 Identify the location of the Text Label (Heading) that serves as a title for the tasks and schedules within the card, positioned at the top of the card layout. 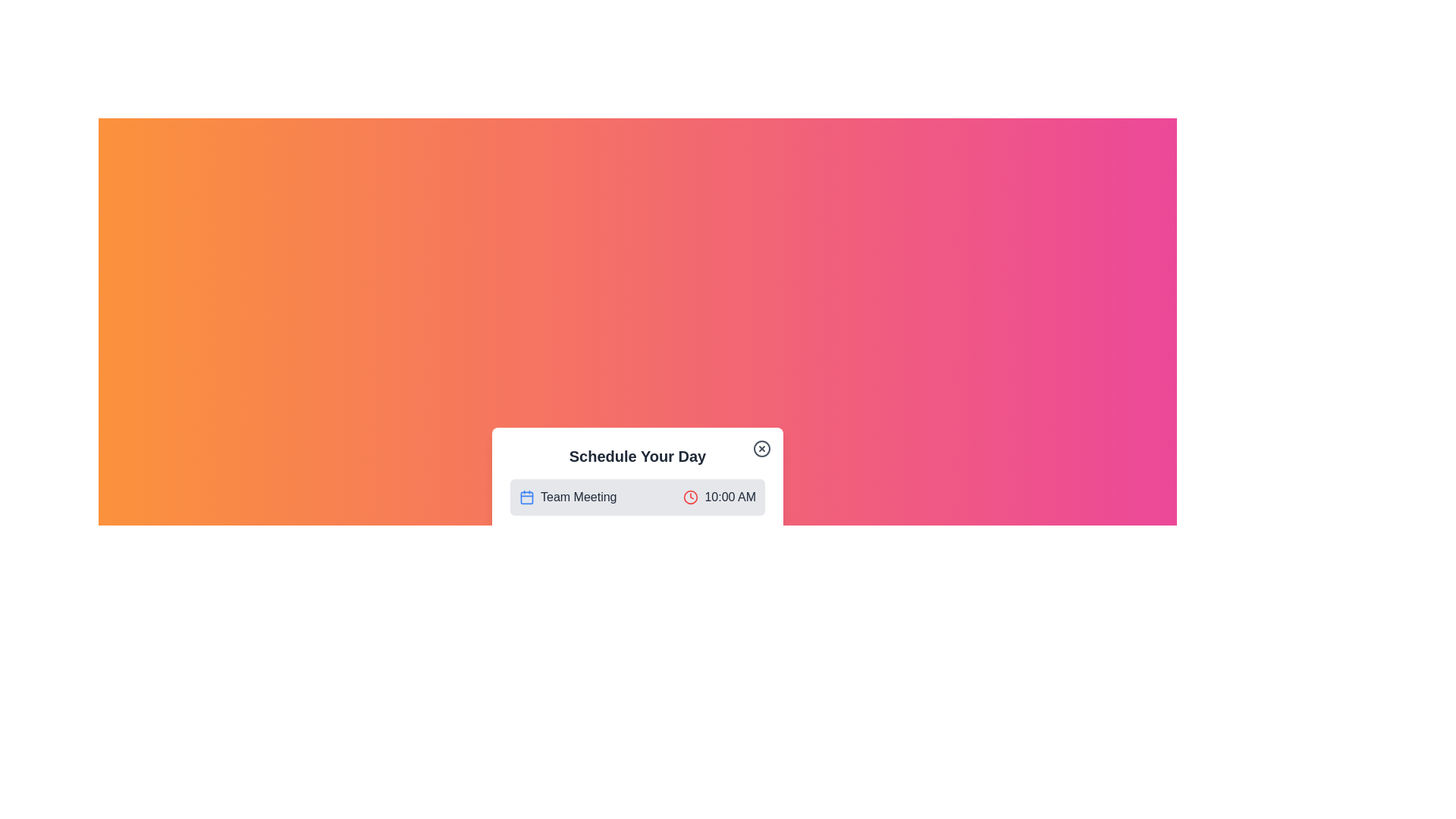
(637, 455).